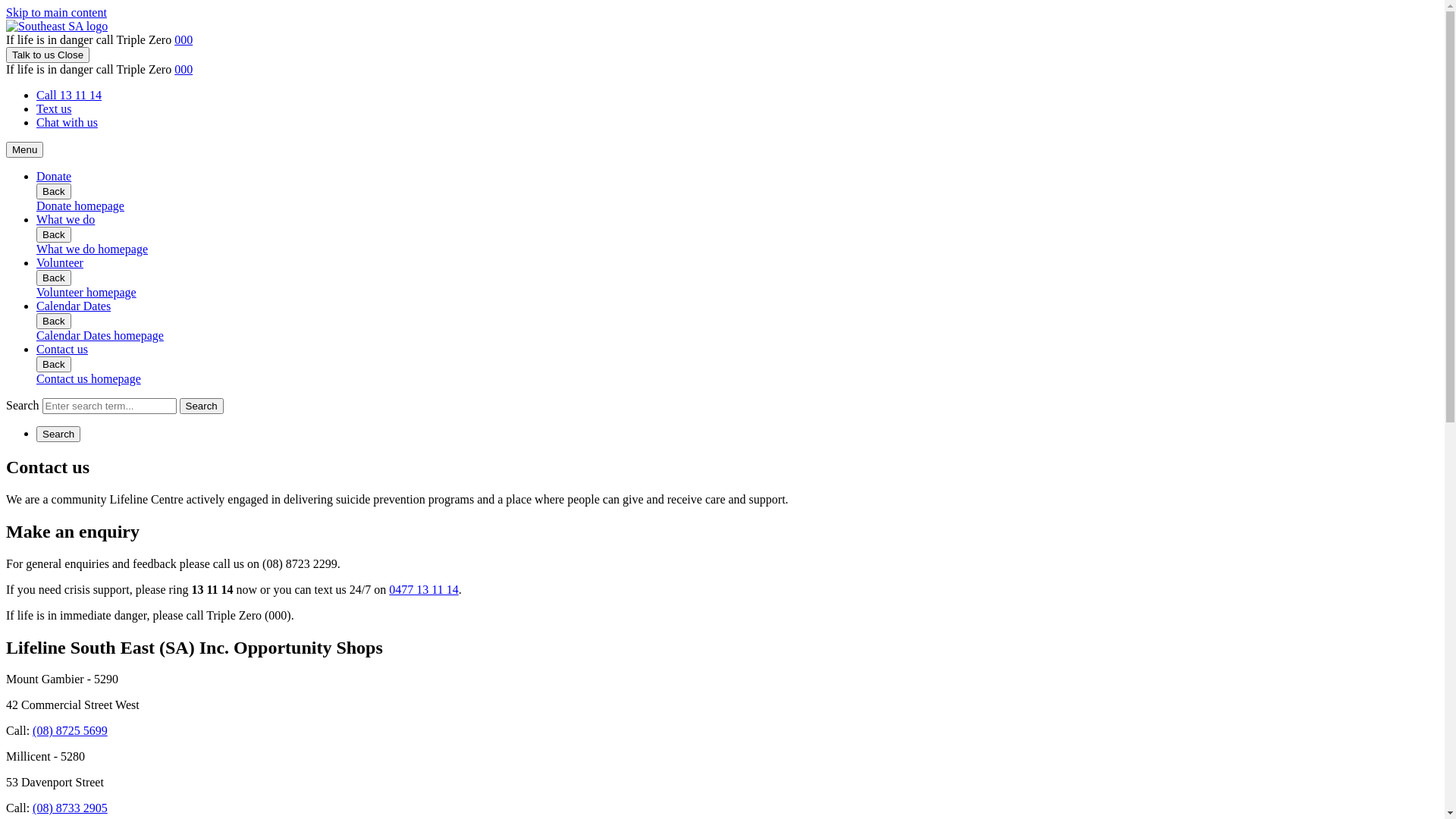  Describe the element at coordinates (69, 730) in the screenshot. I see `'(08) 8725 5699'` at that location.